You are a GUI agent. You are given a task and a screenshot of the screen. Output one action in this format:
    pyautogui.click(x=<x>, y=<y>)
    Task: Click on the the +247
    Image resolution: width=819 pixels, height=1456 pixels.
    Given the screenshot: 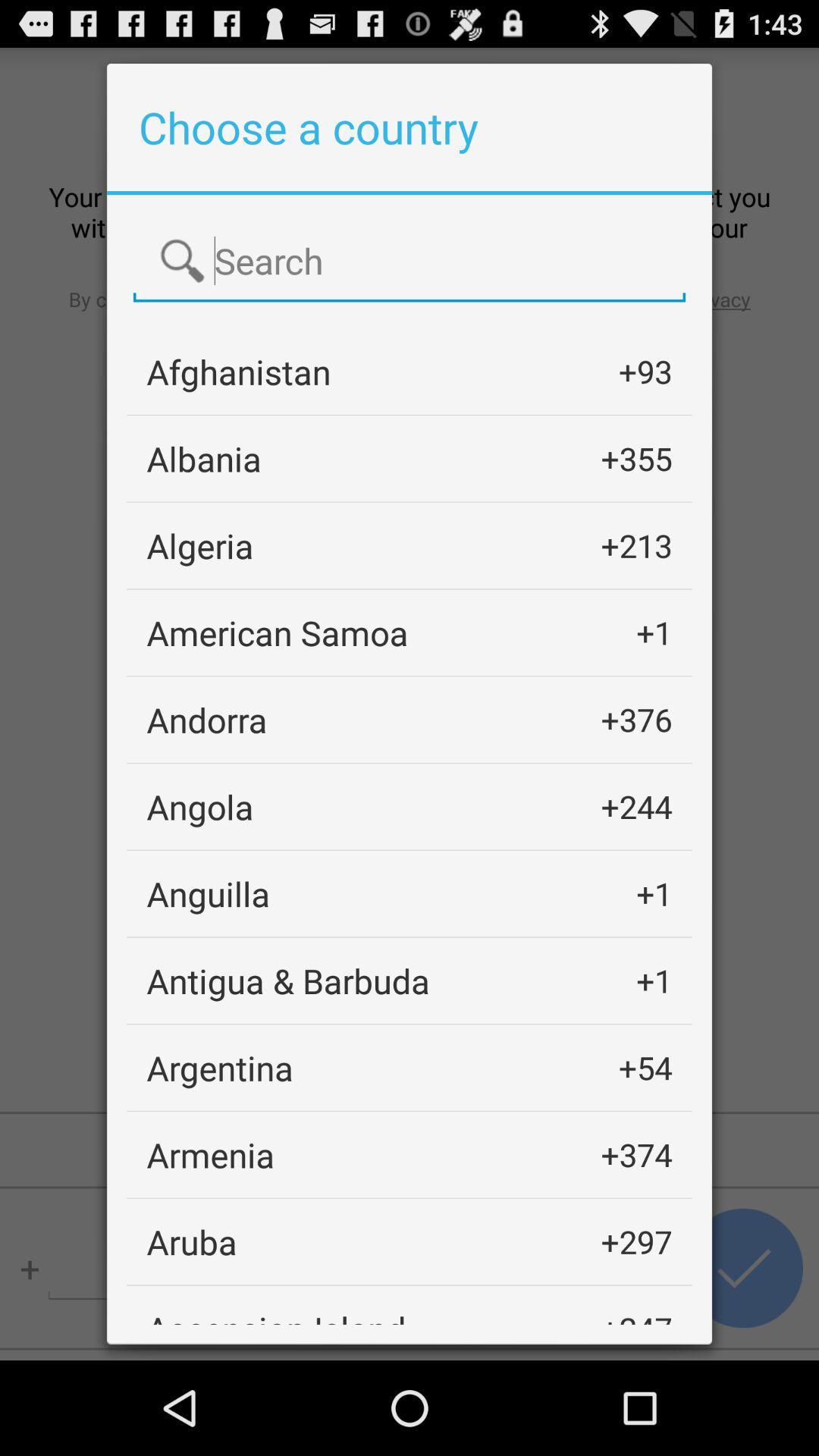 What is the action you would take?
    pyautogui.click(x=636, y=1314)
    